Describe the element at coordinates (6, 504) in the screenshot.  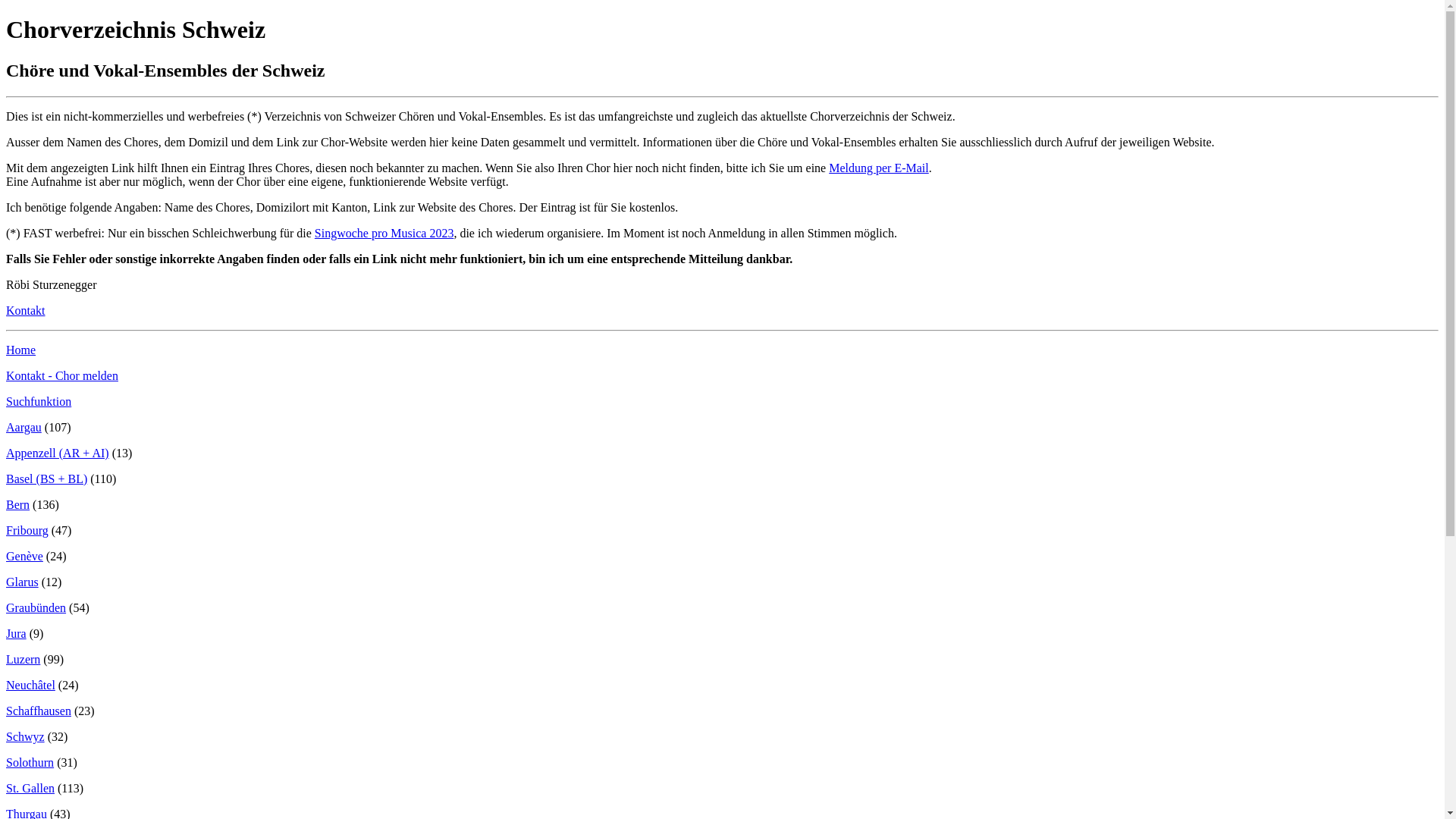
I see `'Bern'` at that location.